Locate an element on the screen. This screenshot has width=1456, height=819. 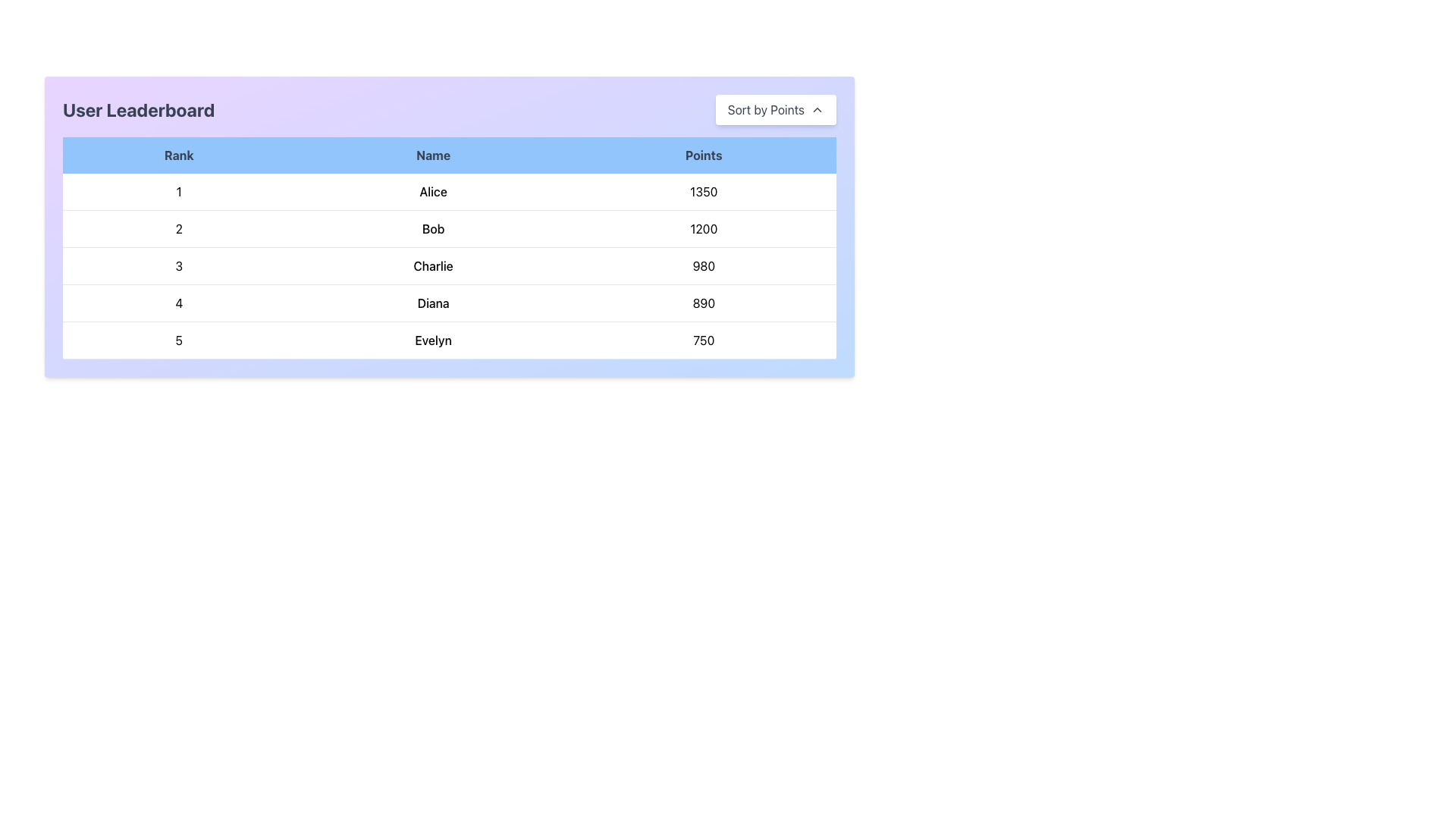
the text of the leaderboard entry for rank '3', name 'Charlie', and points '980' by moving the mouse to its center is located at coordinates (449, 265).